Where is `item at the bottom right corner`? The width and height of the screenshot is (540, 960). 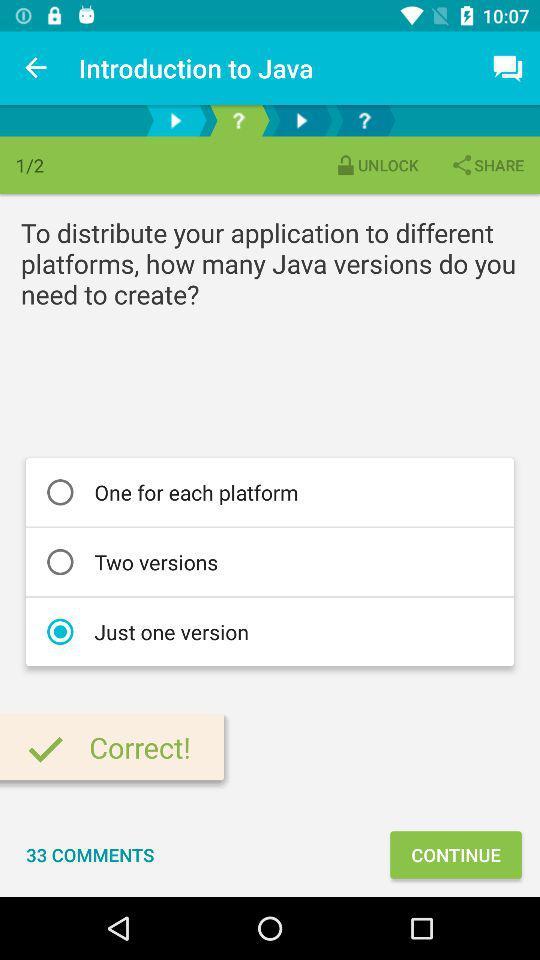 item at the bottom right corner is located at coordinates (455, 853).